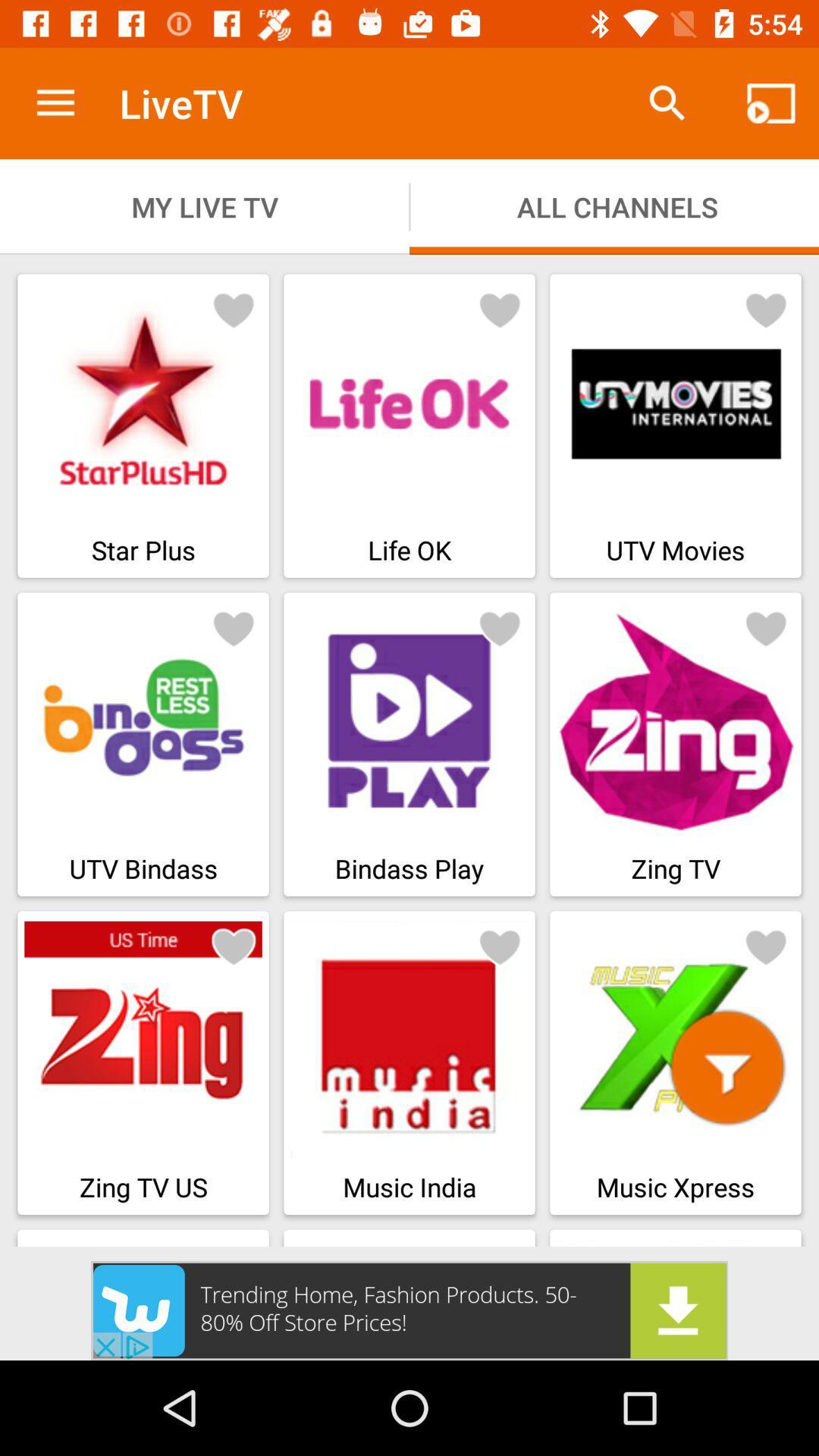  Describe the element at coordinates (409, 1310) in the screenshot. I see `advertisement link` at that location.